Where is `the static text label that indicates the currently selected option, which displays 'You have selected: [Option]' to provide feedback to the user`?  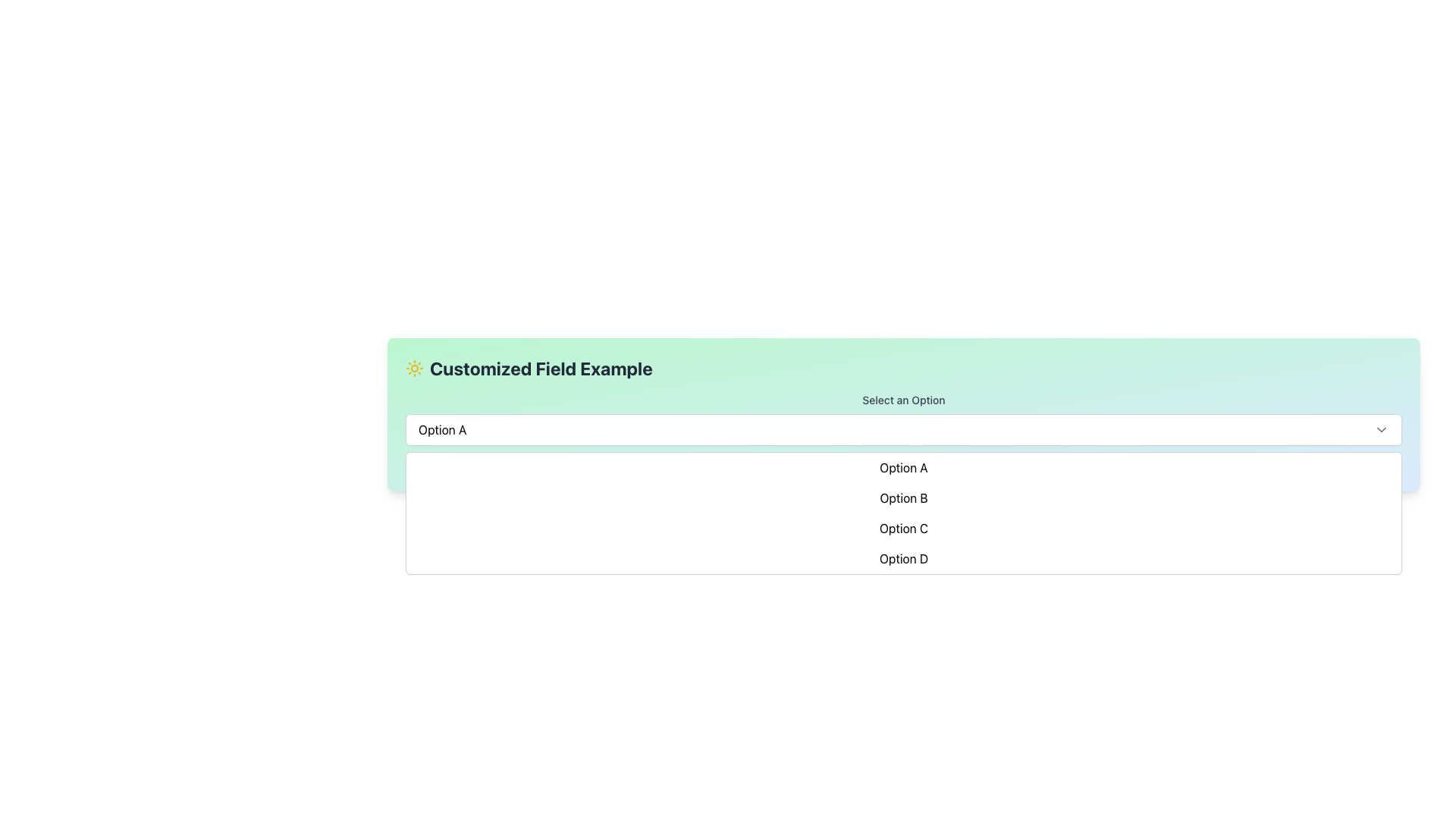
the static text label that indicates the currently selected option, which displays 'You have selected: [Option]' to provide feedback to the user is located at coordinates (903, 464).